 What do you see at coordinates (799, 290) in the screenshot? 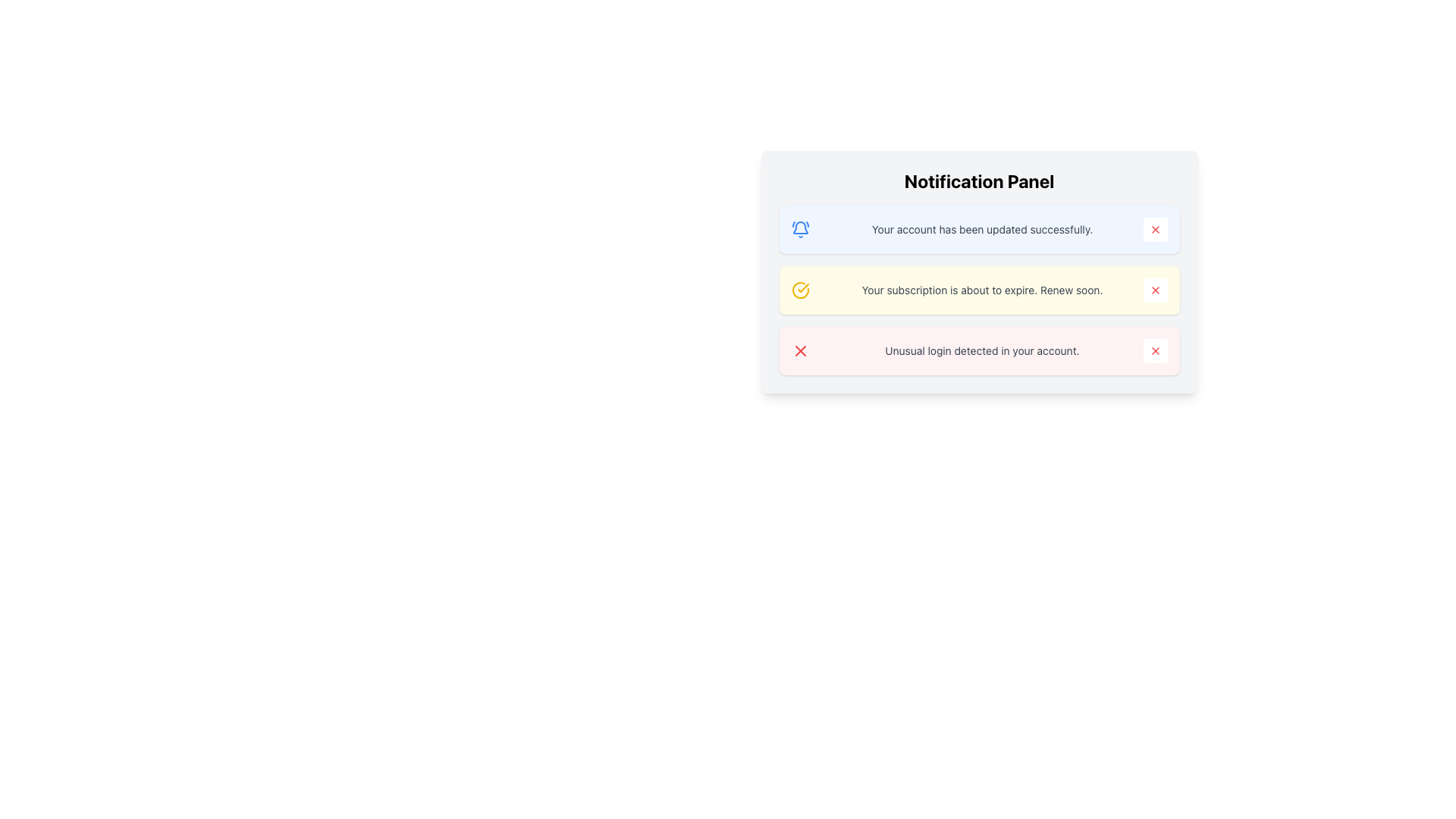
I see `the status indicator icon located in the second notification message, which is highlighted in yellow and positioned to the left of the notification text` at bounding box center [799, 290].